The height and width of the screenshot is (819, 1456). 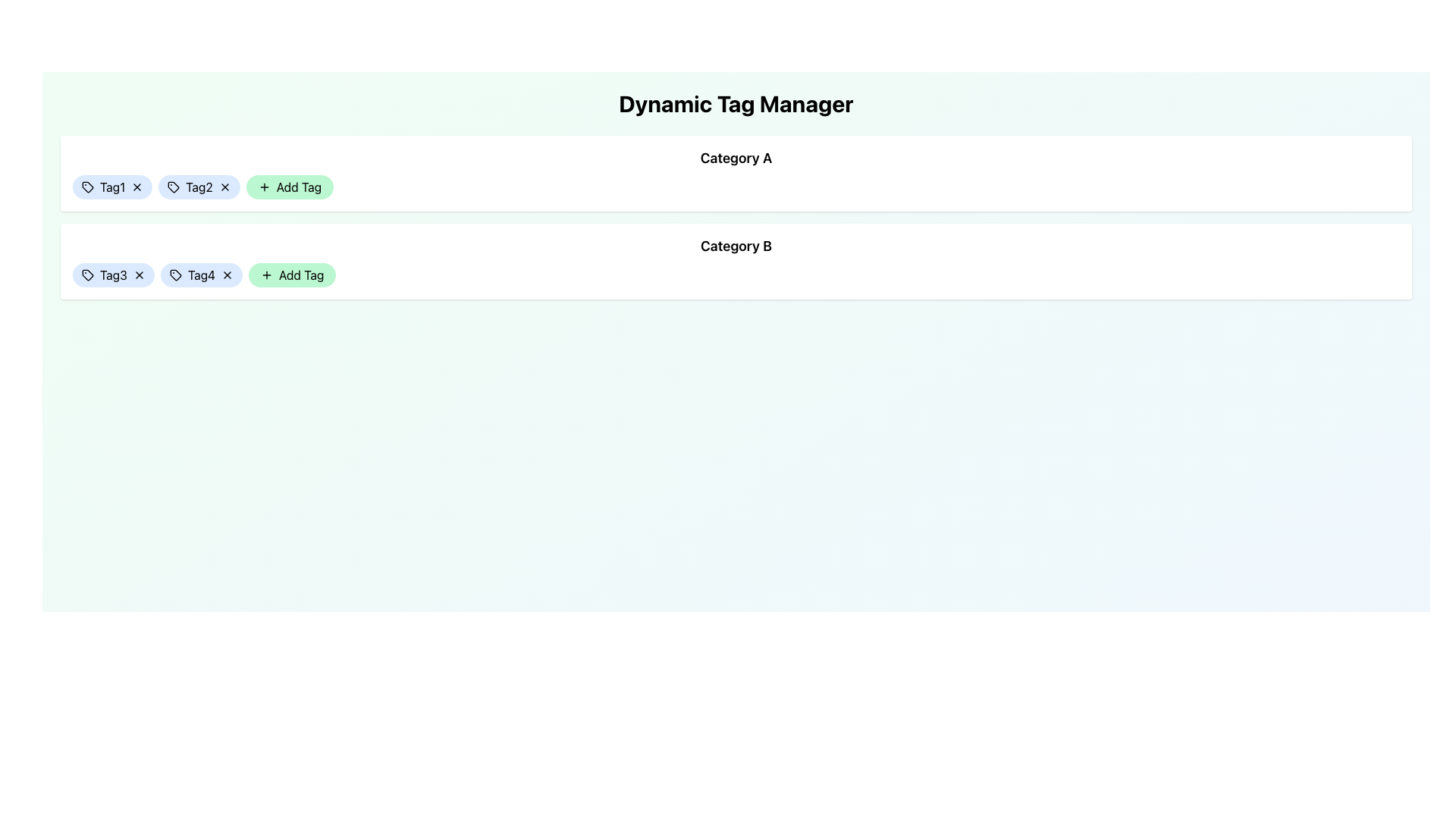 I want to click on the 'X' icon located next to the 'Tag2' element, so click(x=199, y=186).